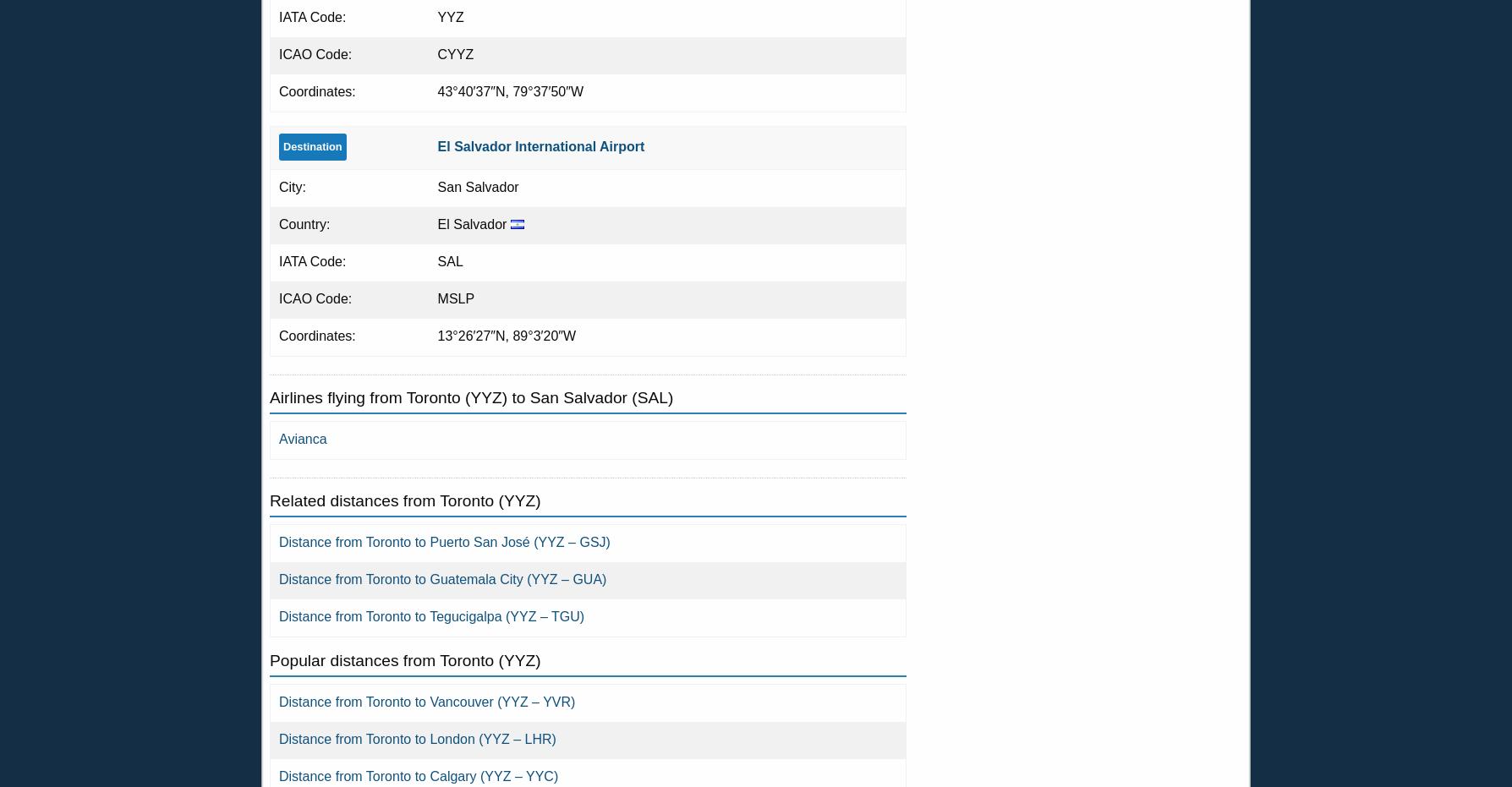 The height and width of the screenshot is (787, 1512). What do you see at coordinates (311, 145) in the screenshot?
I see `'Destination'` at bounding box center [311, 145].